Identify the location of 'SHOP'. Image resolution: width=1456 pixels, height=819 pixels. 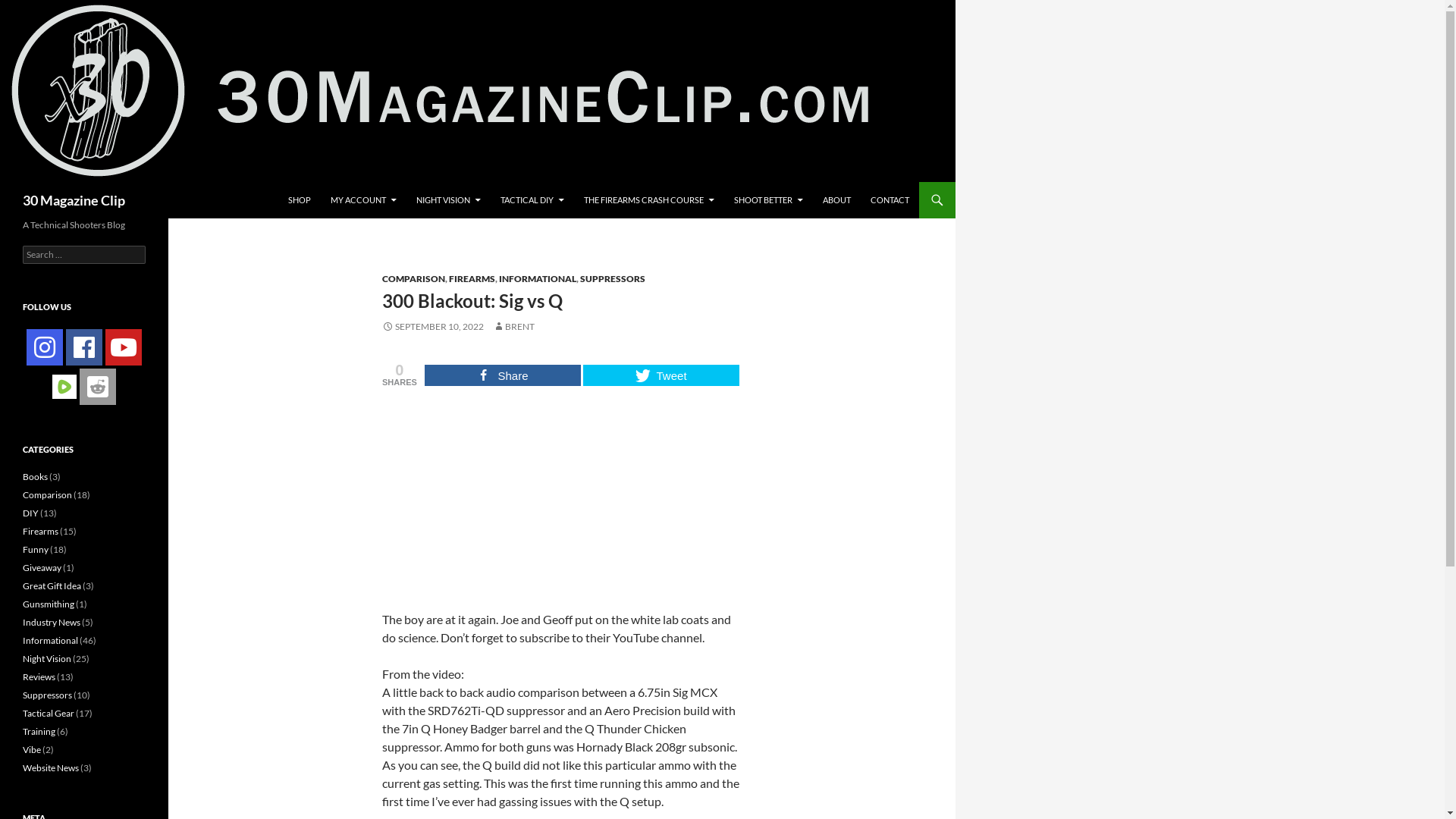
(299, 199).